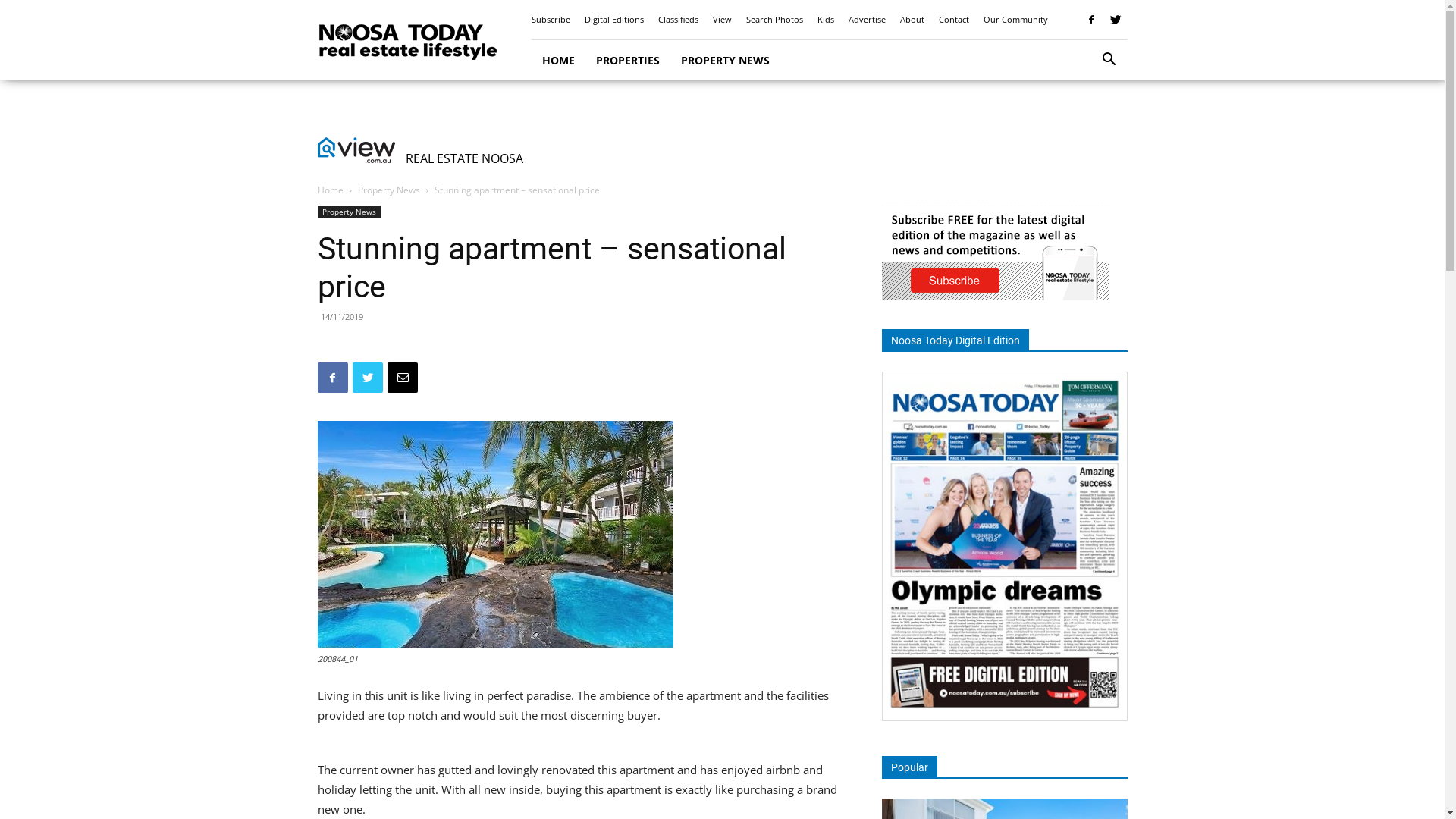 The height and width of the screenshot is (819, 1456). I want to click on 'Email', so click(401, 376).